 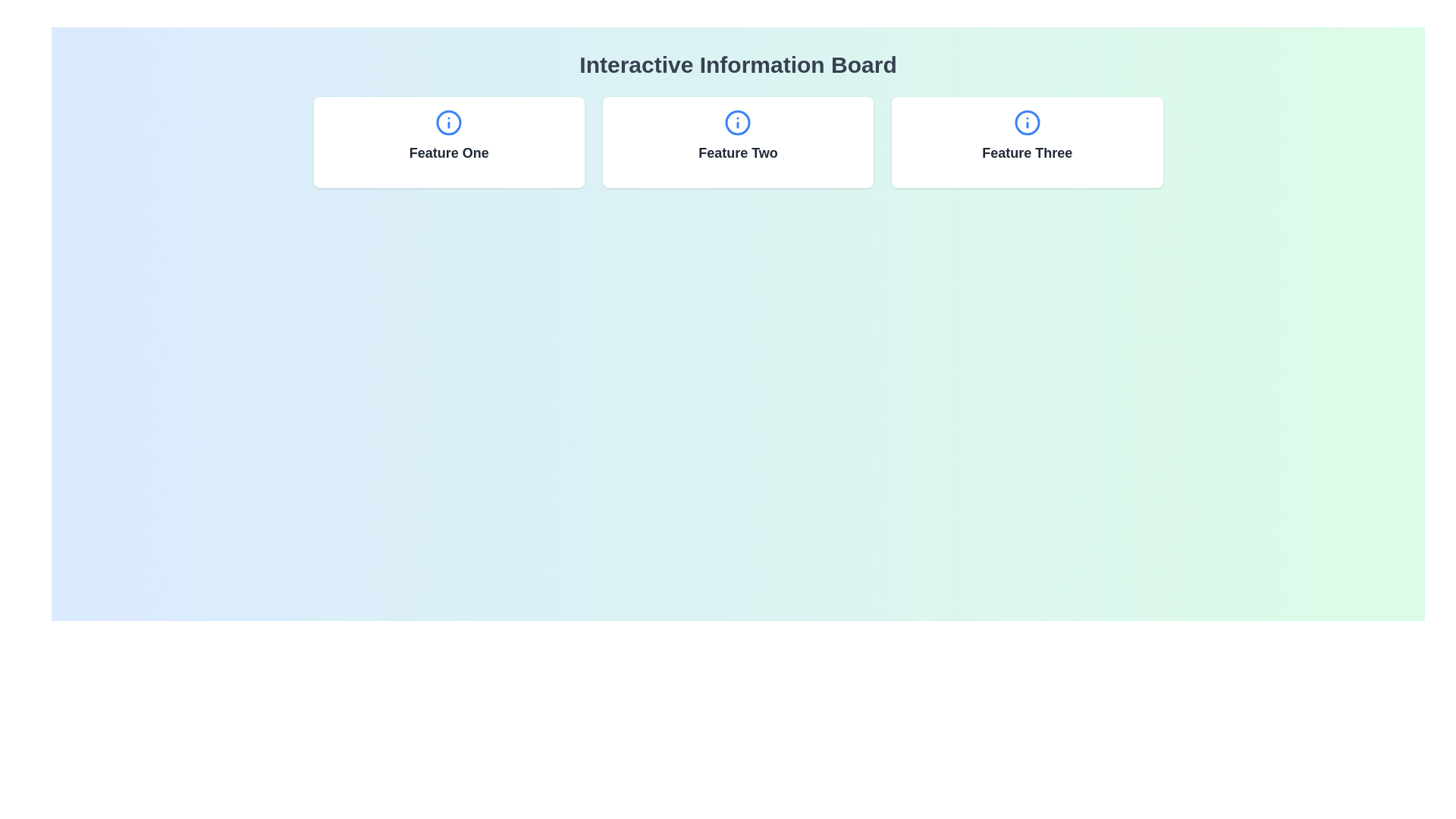 I want to click on the outer circle of the information icon within the rightmost feature card titled 'Feature Three', so click(x=1027, y=122).